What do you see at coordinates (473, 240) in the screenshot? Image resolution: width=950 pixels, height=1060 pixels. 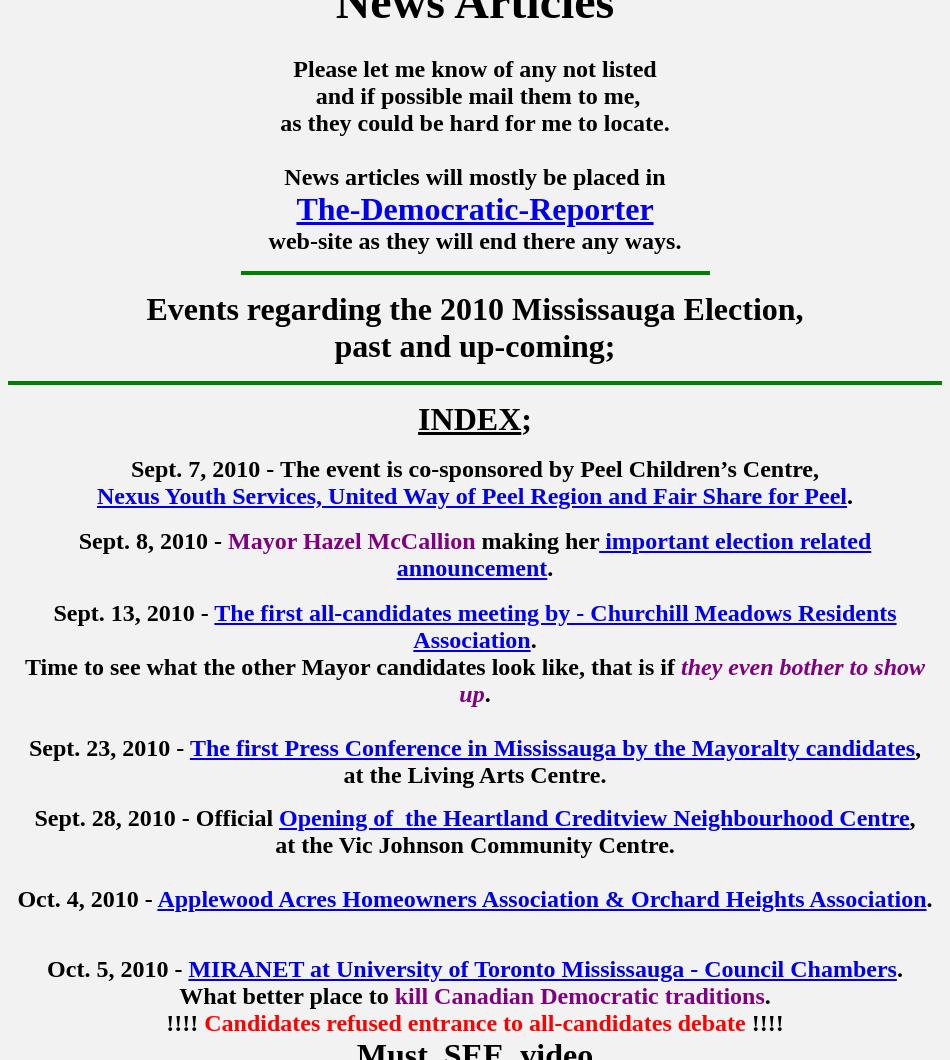 I see `'web-site as they will end there any ways.'` at bounding box center [473, 240].